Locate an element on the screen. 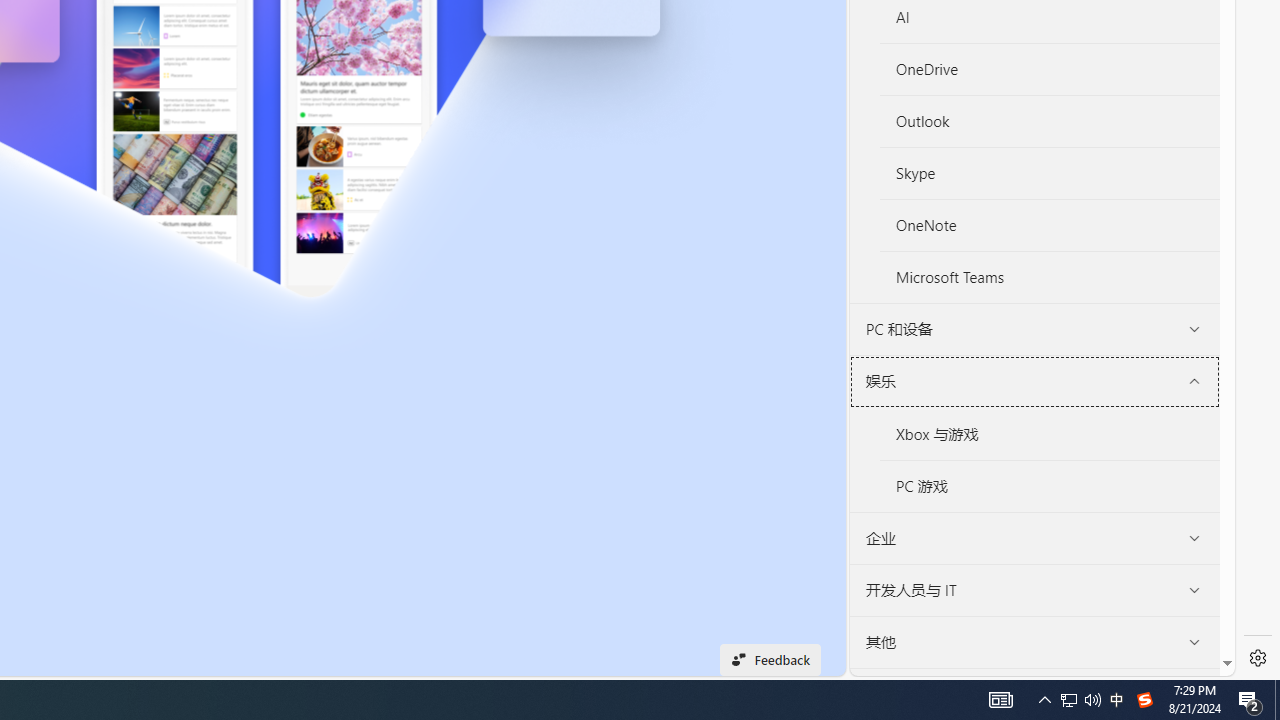 This screenshot has height=720, width=1280. 'OneNote' is located at coordinates (1048, 225).